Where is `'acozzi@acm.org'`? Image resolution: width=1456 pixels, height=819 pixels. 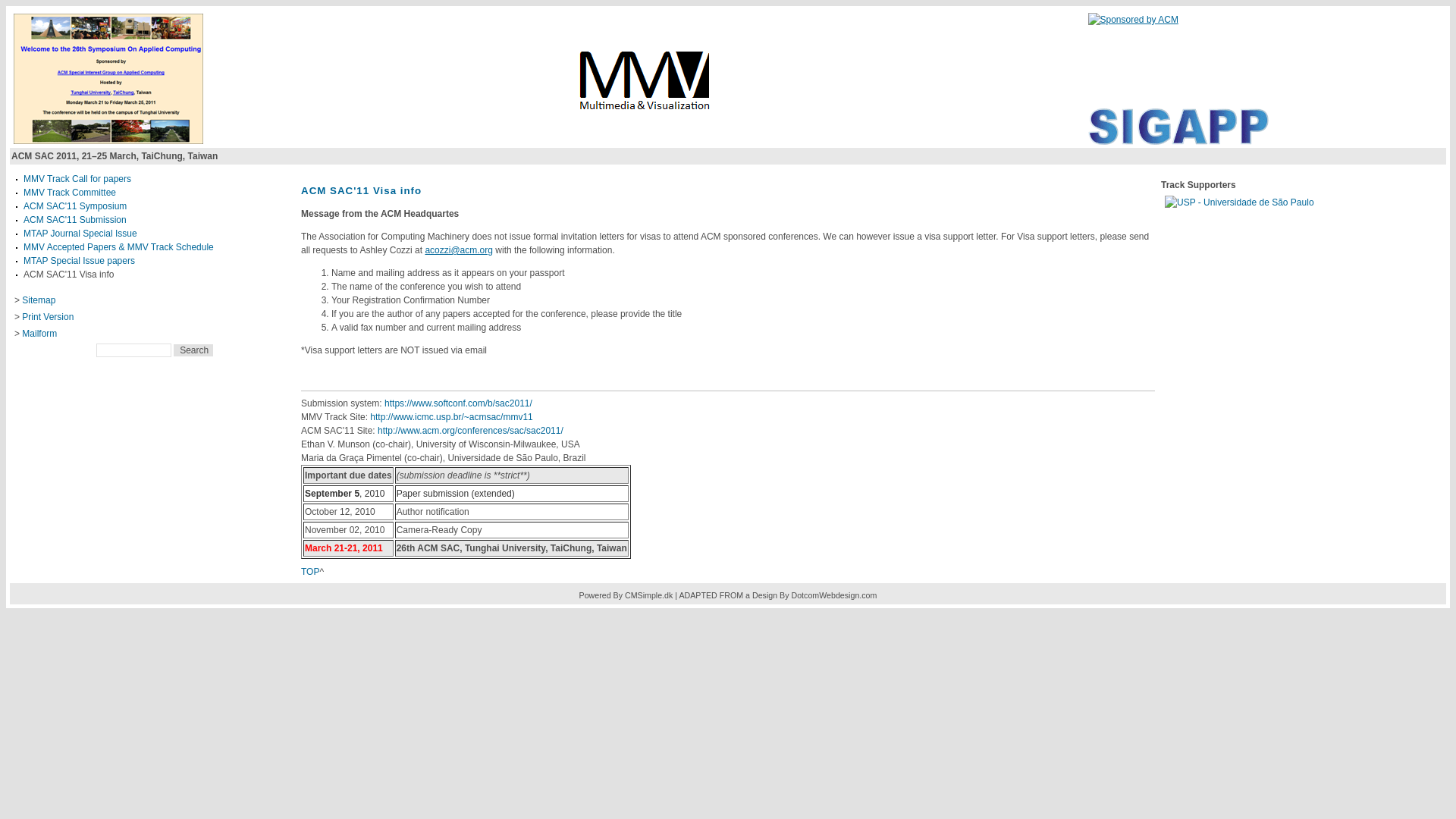
'acozzi@acm.org' is located at coordinates (457, 249).